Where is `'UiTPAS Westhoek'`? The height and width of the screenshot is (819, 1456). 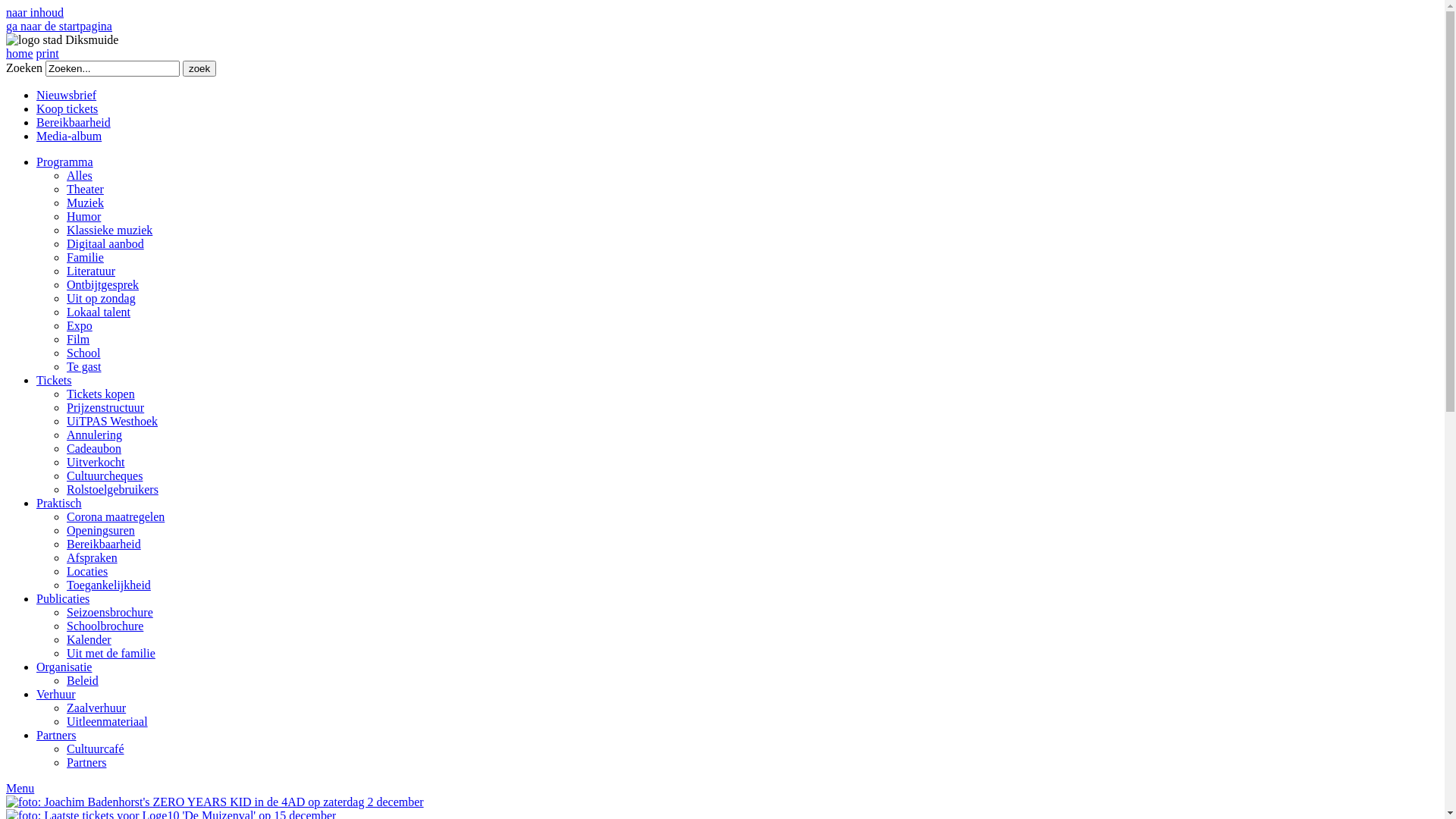
'UiTPAS Westhoek' is located at coordinates (111, 421).